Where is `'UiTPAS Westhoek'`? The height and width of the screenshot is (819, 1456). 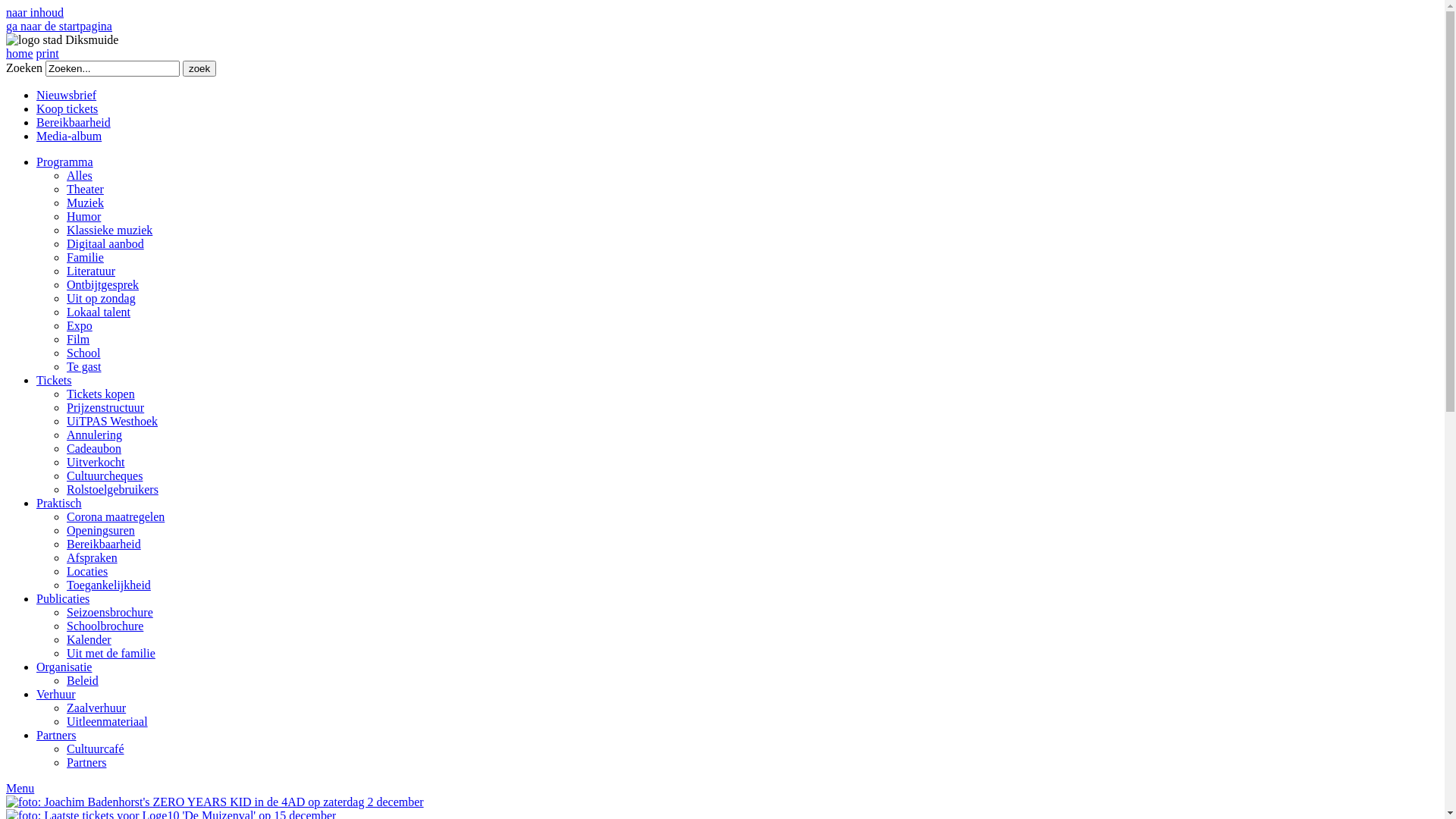
'UiTPAS Westhoek' is located at coordinates (111, 421).